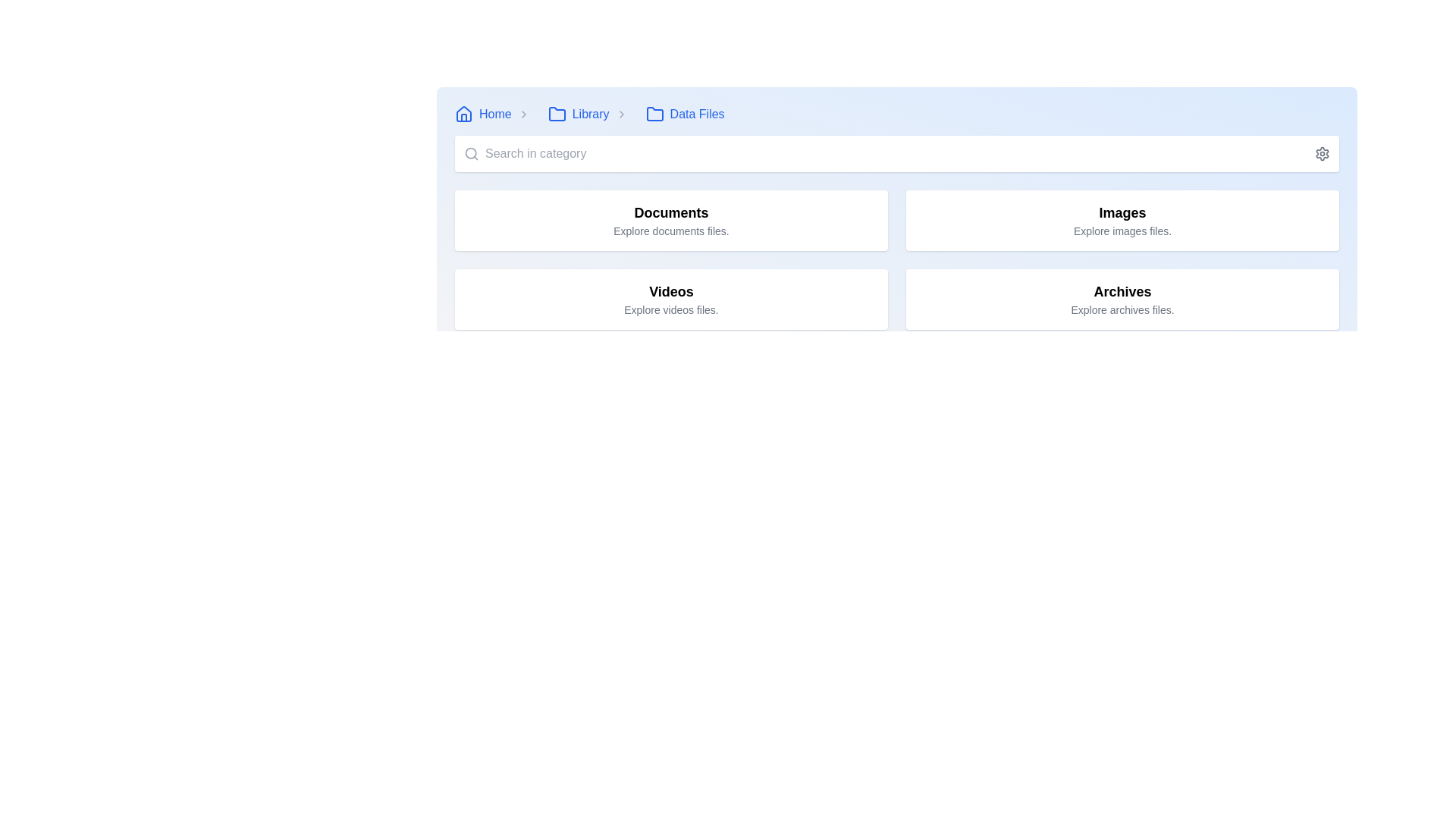  What do you see at coordinates (670, 292) in the screenshot?
I see `title text of the card labeled 'Videos', which is located in the second row, leftmost card of a grid of four cards` at bounding box center [670, 292].